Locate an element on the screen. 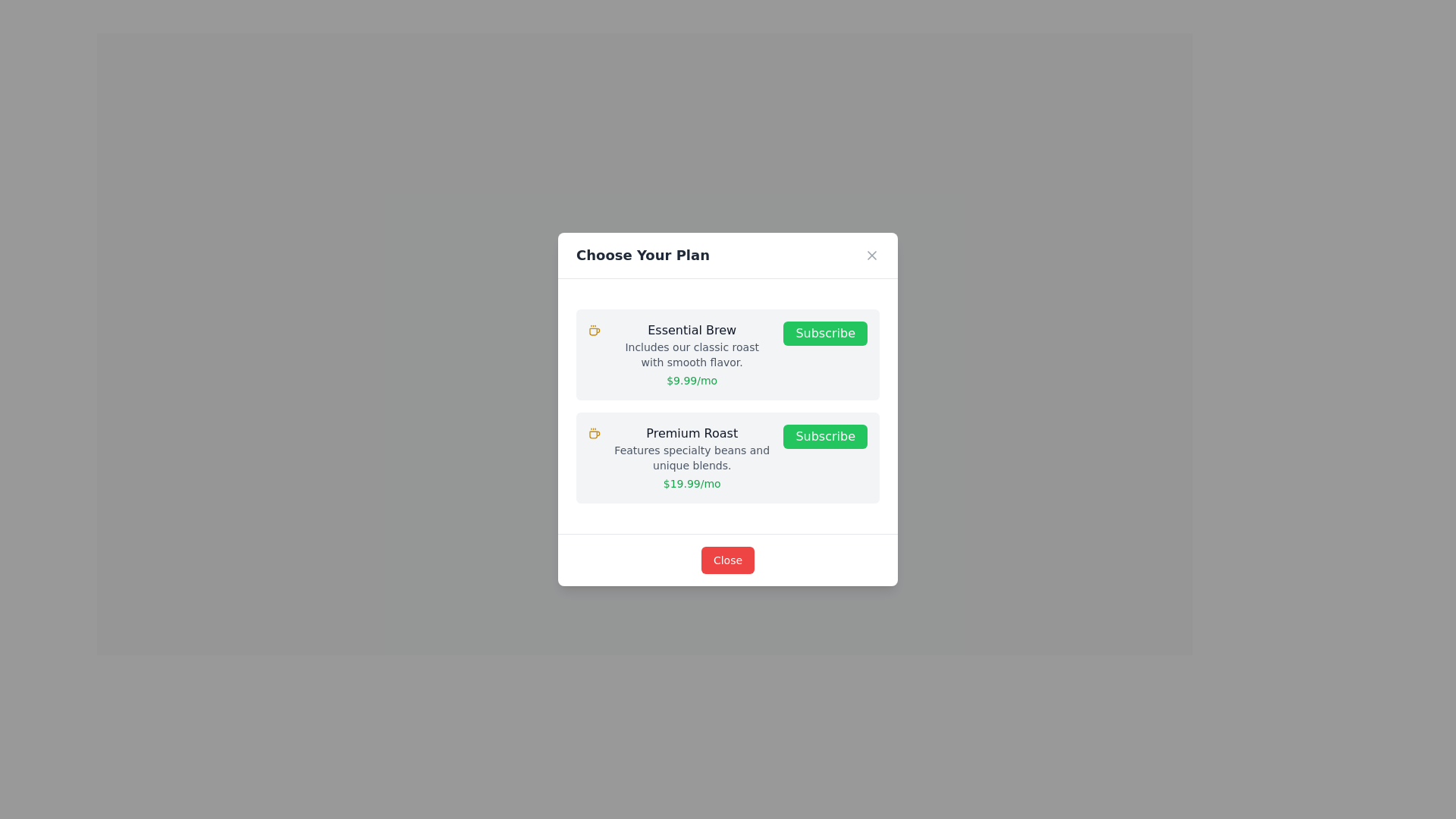  the 'Close' button with a red background and white text is located at coordinates (728, 560).